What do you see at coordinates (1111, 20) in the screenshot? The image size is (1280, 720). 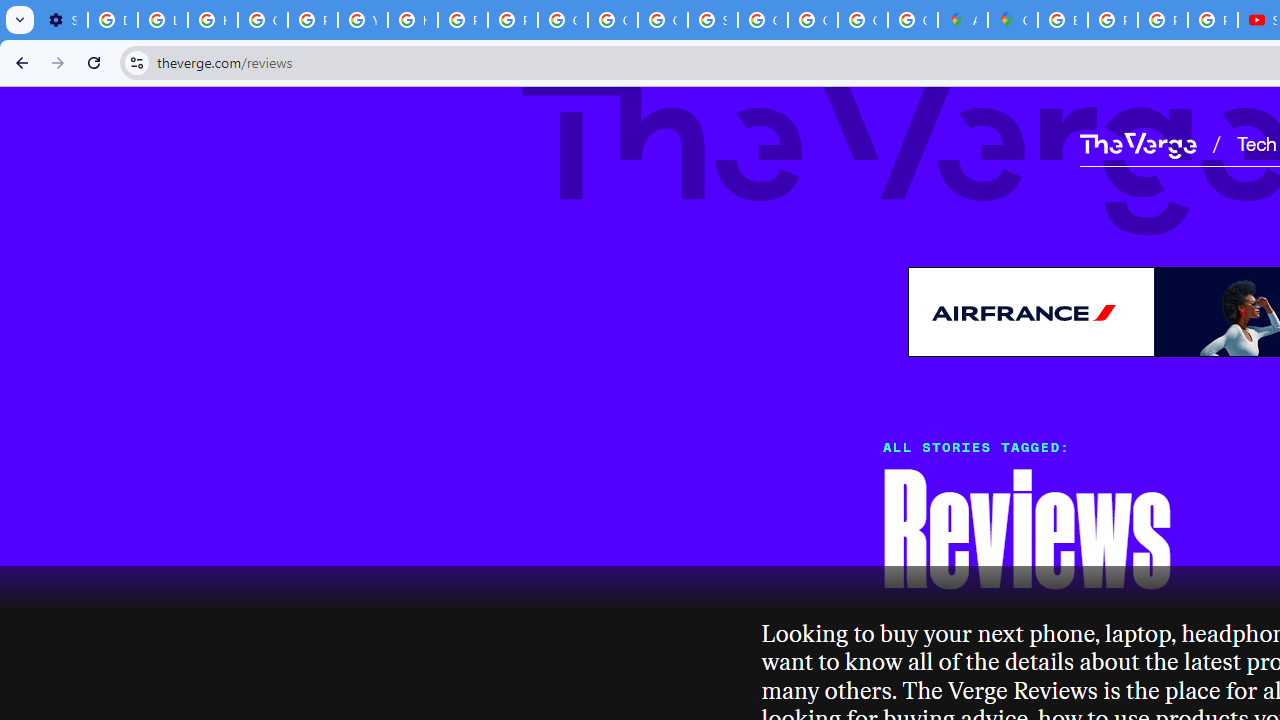 I see `'Privacy Help Center - Policies Help'` at bounding box center [1111, 20].